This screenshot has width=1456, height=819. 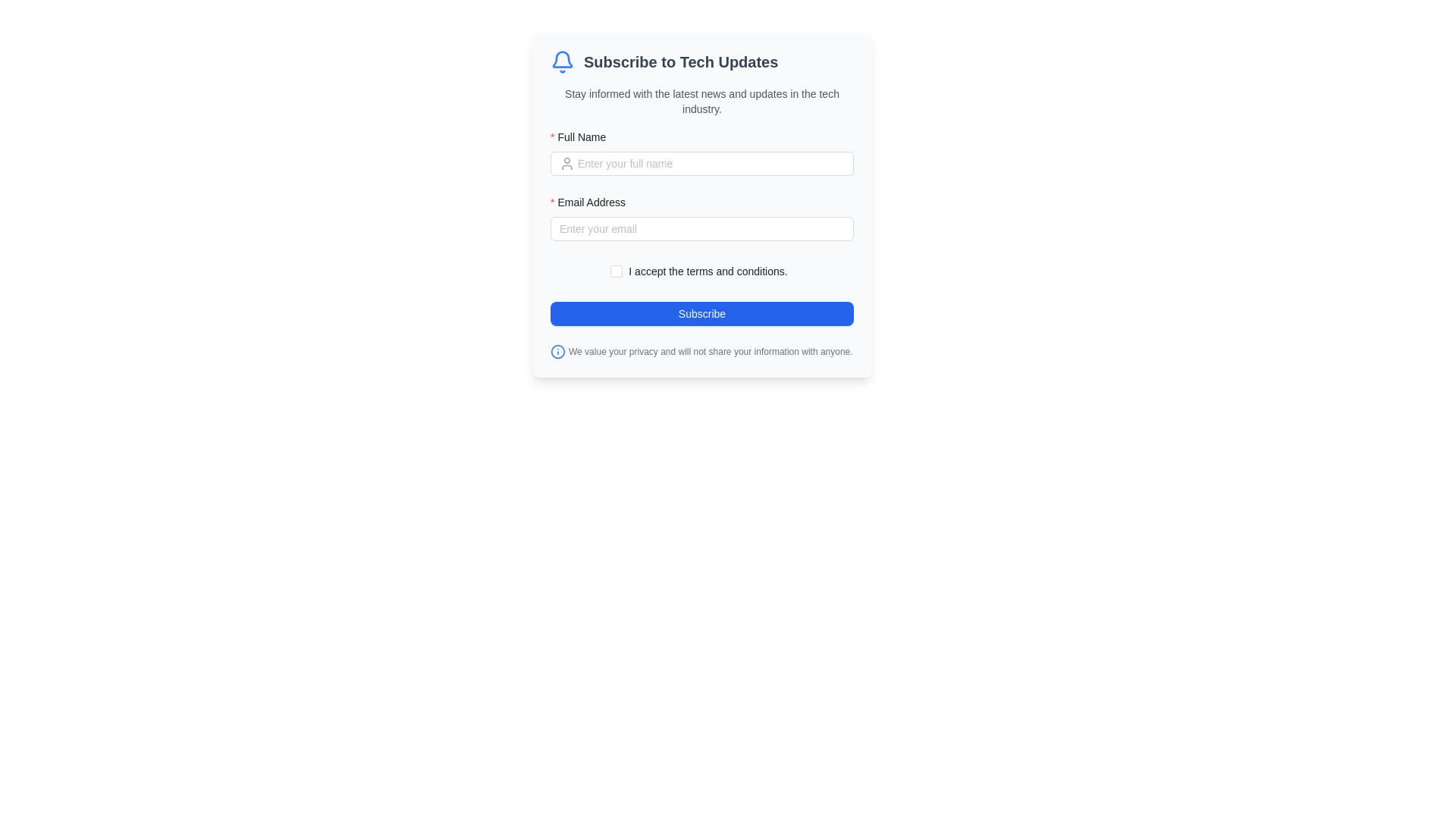 What do you see at coordinates (566, 164) in the screenshot?
I see `the decorative icon located within the 'Full Name' input field on the subscription form, which indicates that the field is for entering user-related information` at bounding box center [566, 164].